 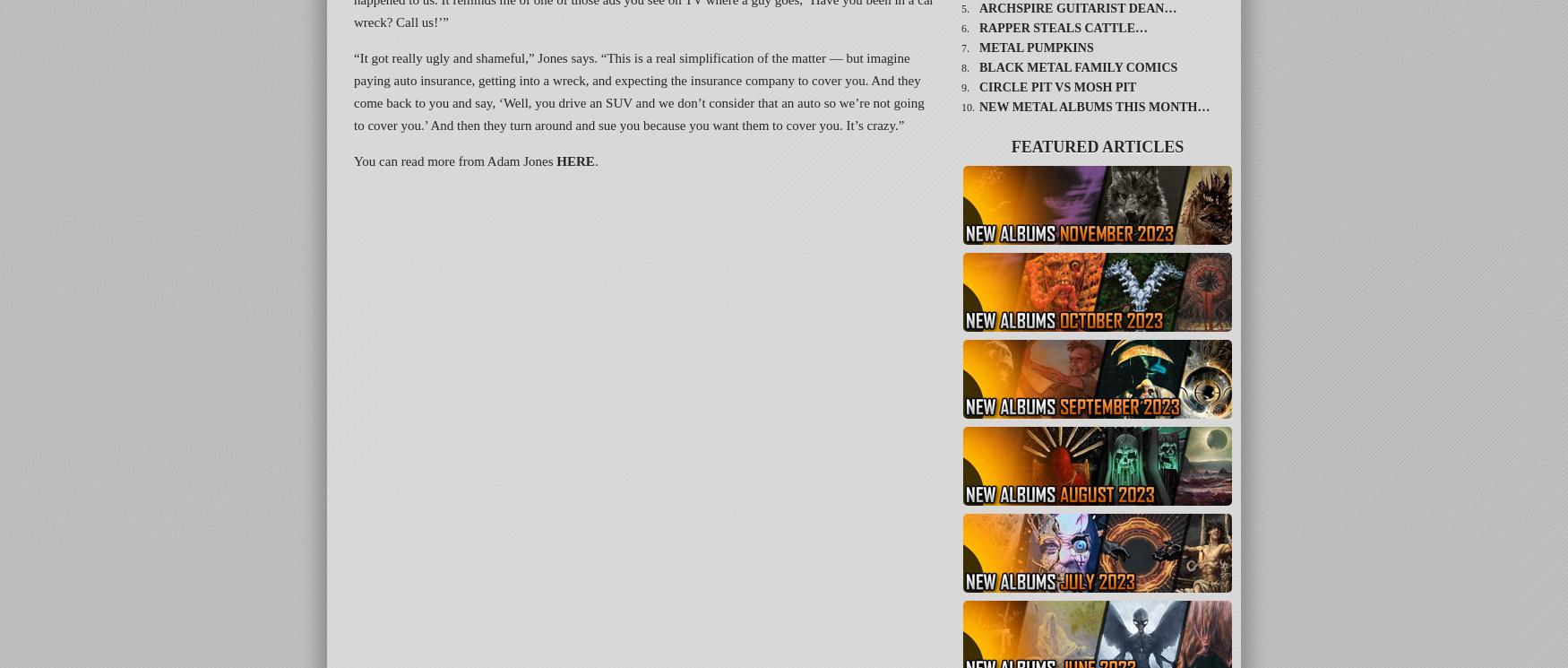 I want to click on 'You can read more from Adam Jones', so click(x=454, y=160).